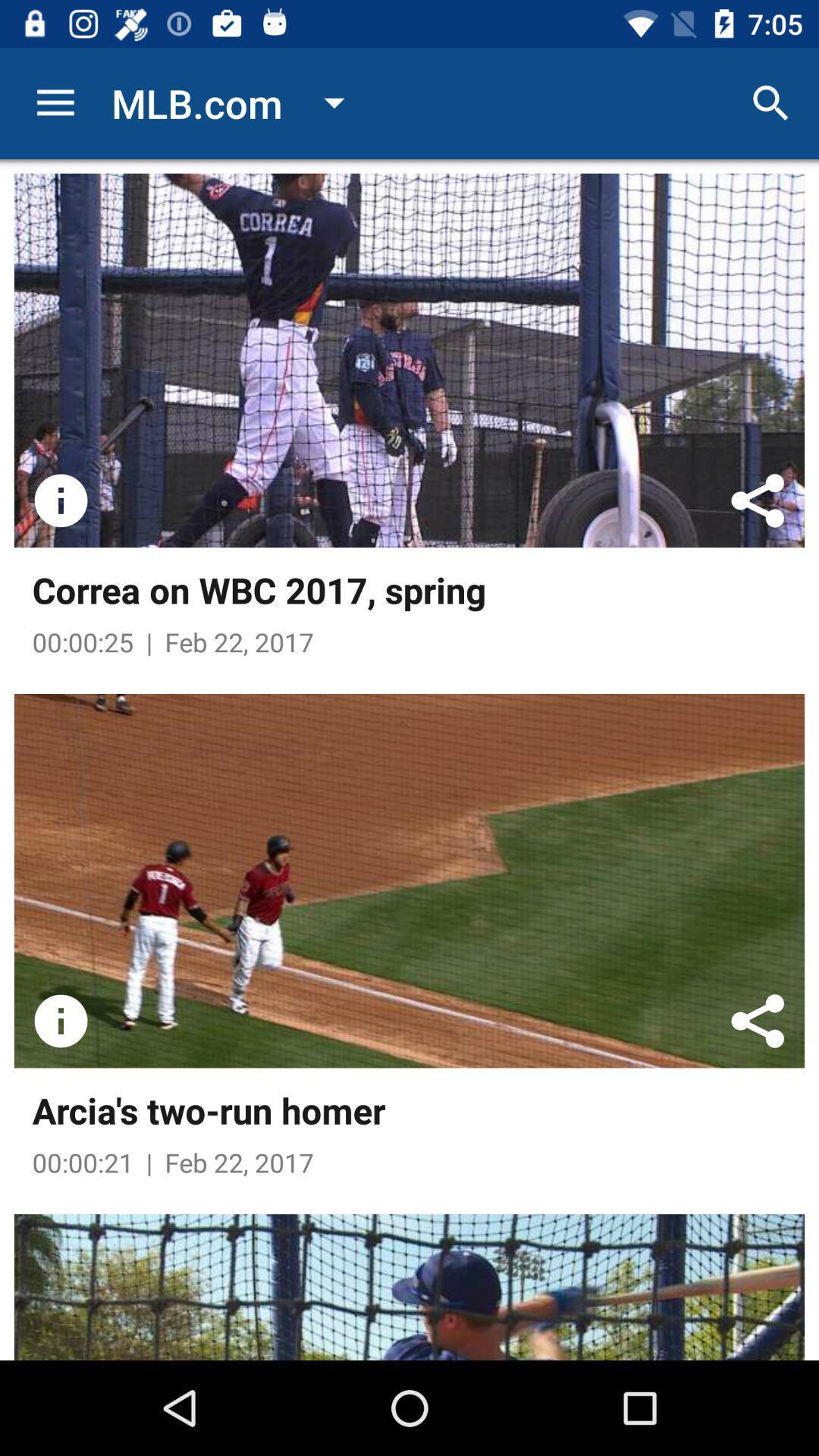 The height and width of the screenshot is (1456, 819). What do you see at coordinates (55, 102) in the screenshot?
I see `item to the left of the mlb.com item` at bounding box center [55, 102].